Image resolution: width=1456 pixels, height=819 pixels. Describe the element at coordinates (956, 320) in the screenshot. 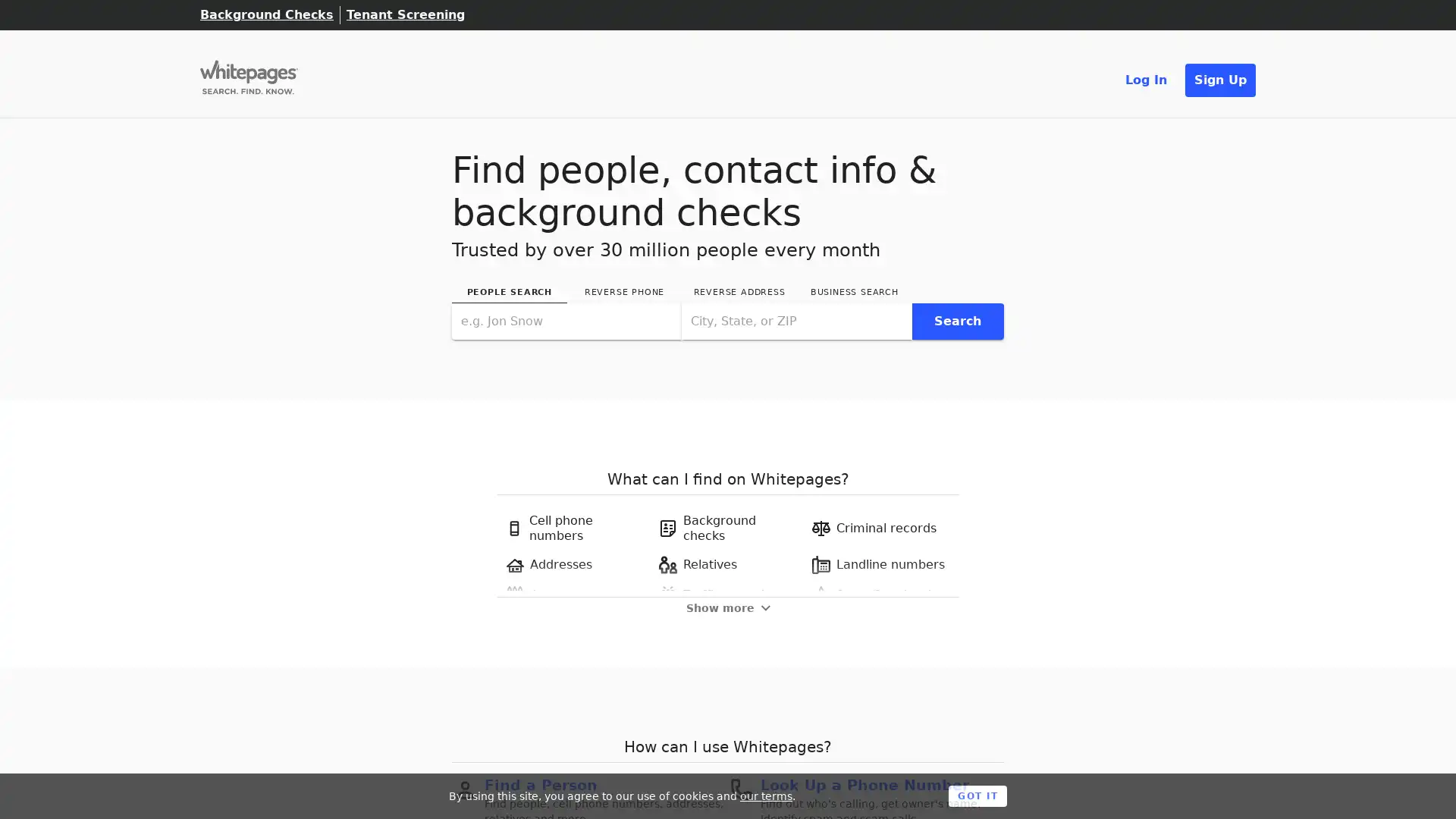

I see `Search` at that location.